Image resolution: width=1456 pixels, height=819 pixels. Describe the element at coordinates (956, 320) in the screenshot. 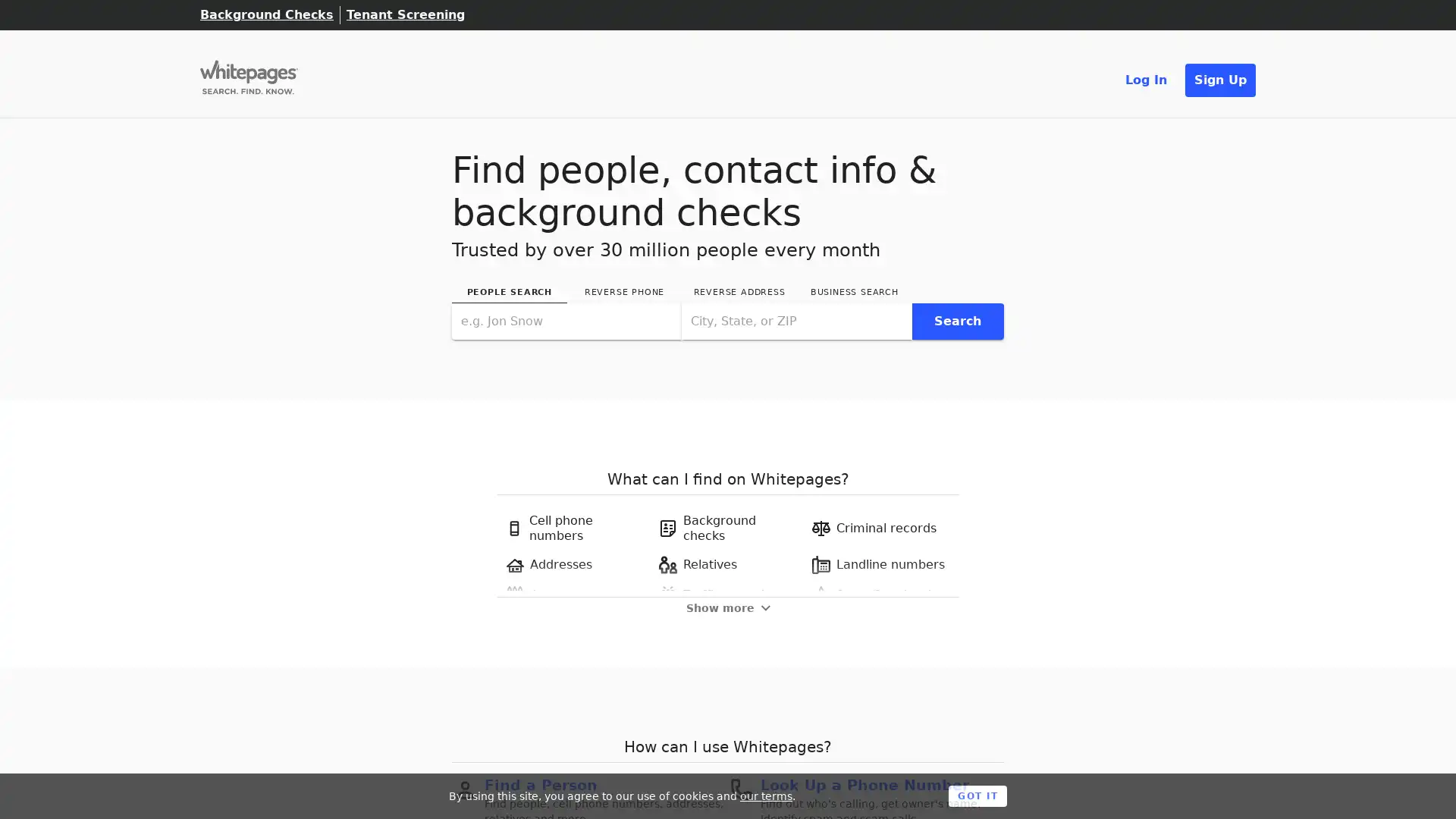

I see `Search` at that location.